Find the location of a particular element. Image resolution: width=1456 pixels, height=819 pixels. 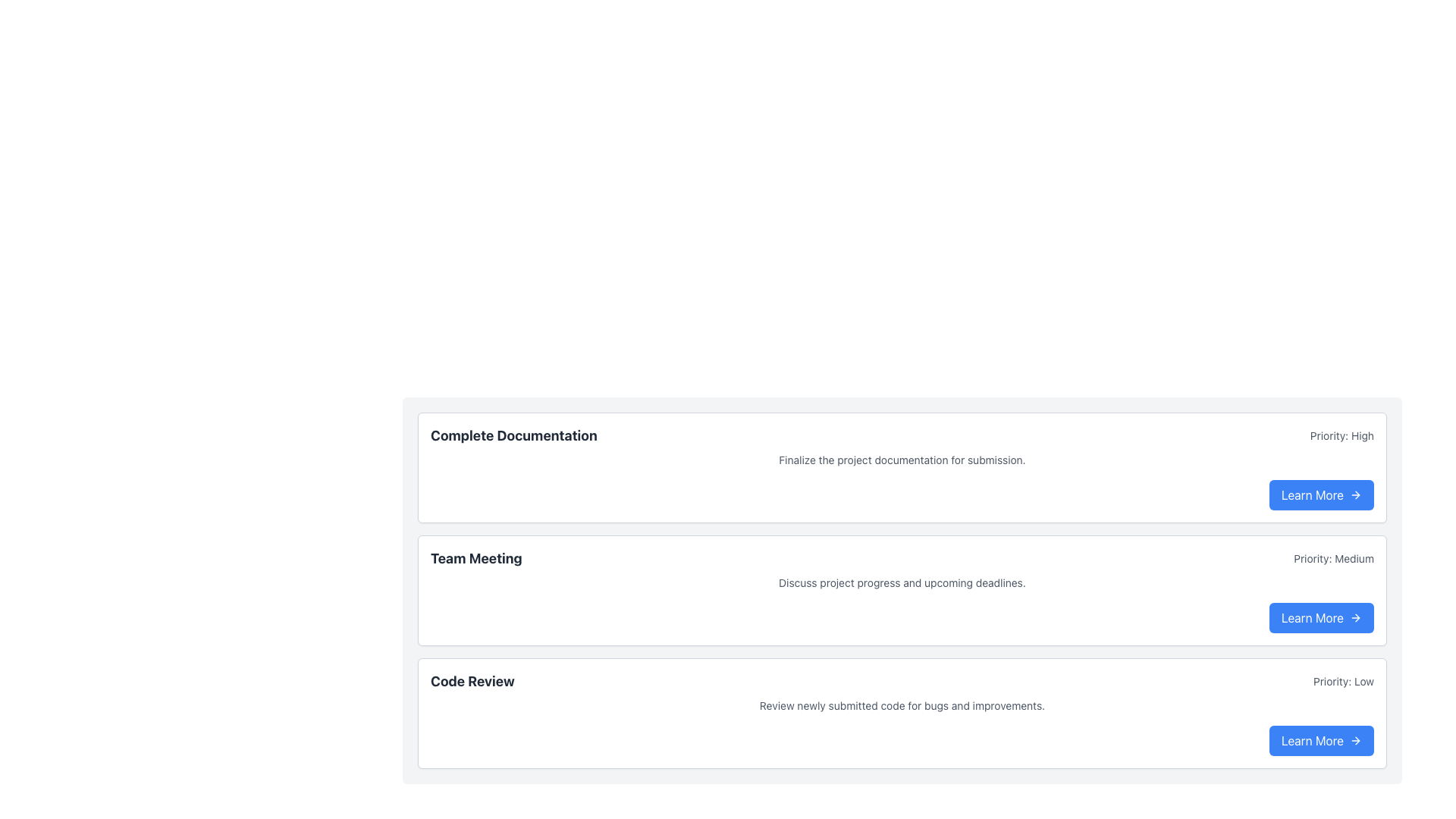

navigation keys is located at coordinates (902, 558).